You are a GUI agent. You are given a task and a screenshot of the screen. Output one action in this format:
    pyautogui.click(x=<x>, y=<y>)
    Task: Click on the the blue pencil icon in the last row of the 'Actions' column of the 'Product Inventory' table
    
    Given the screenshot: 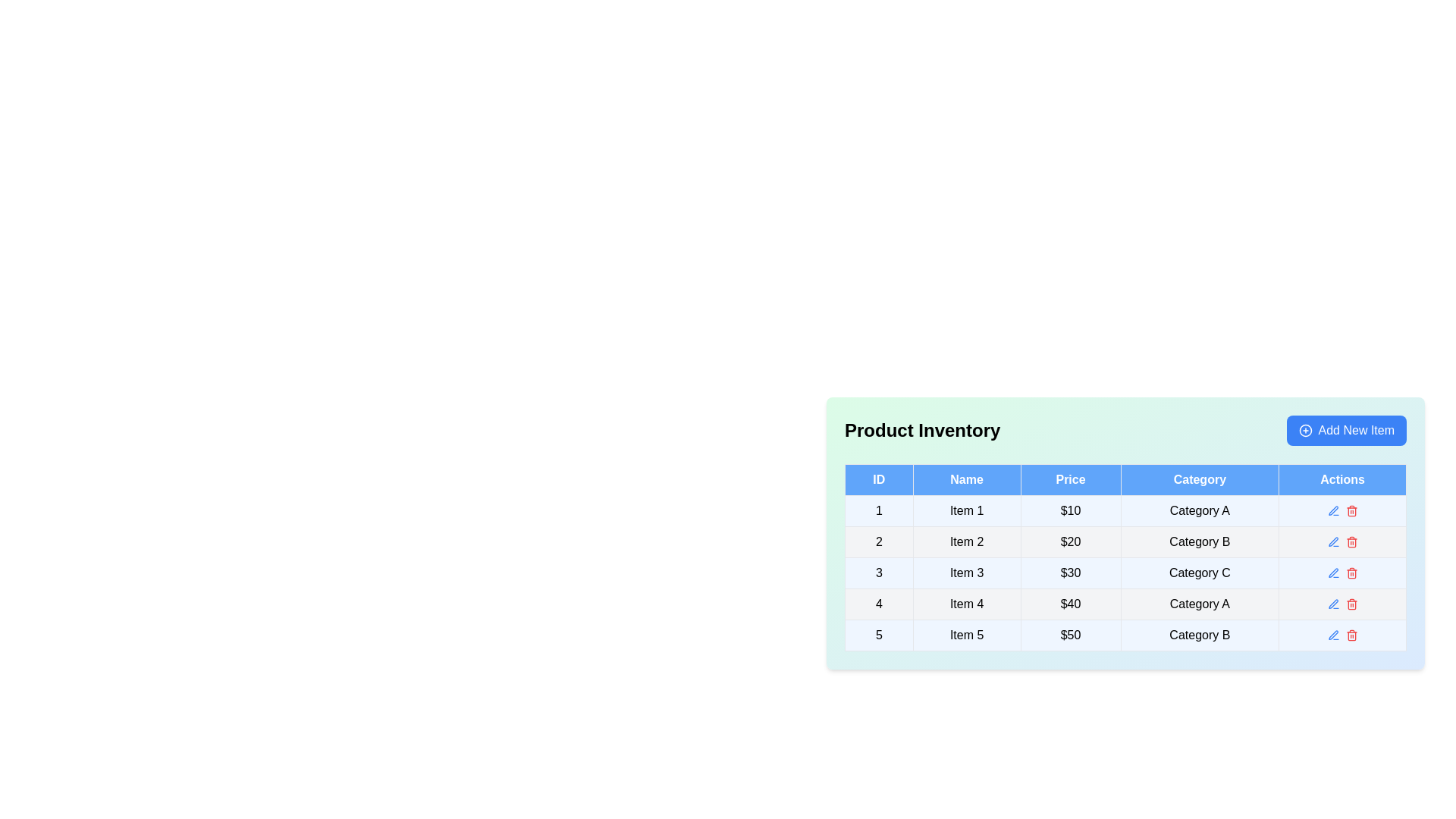 What is the action you would take?
    pyautogui.click(x=1332, y=635)
    